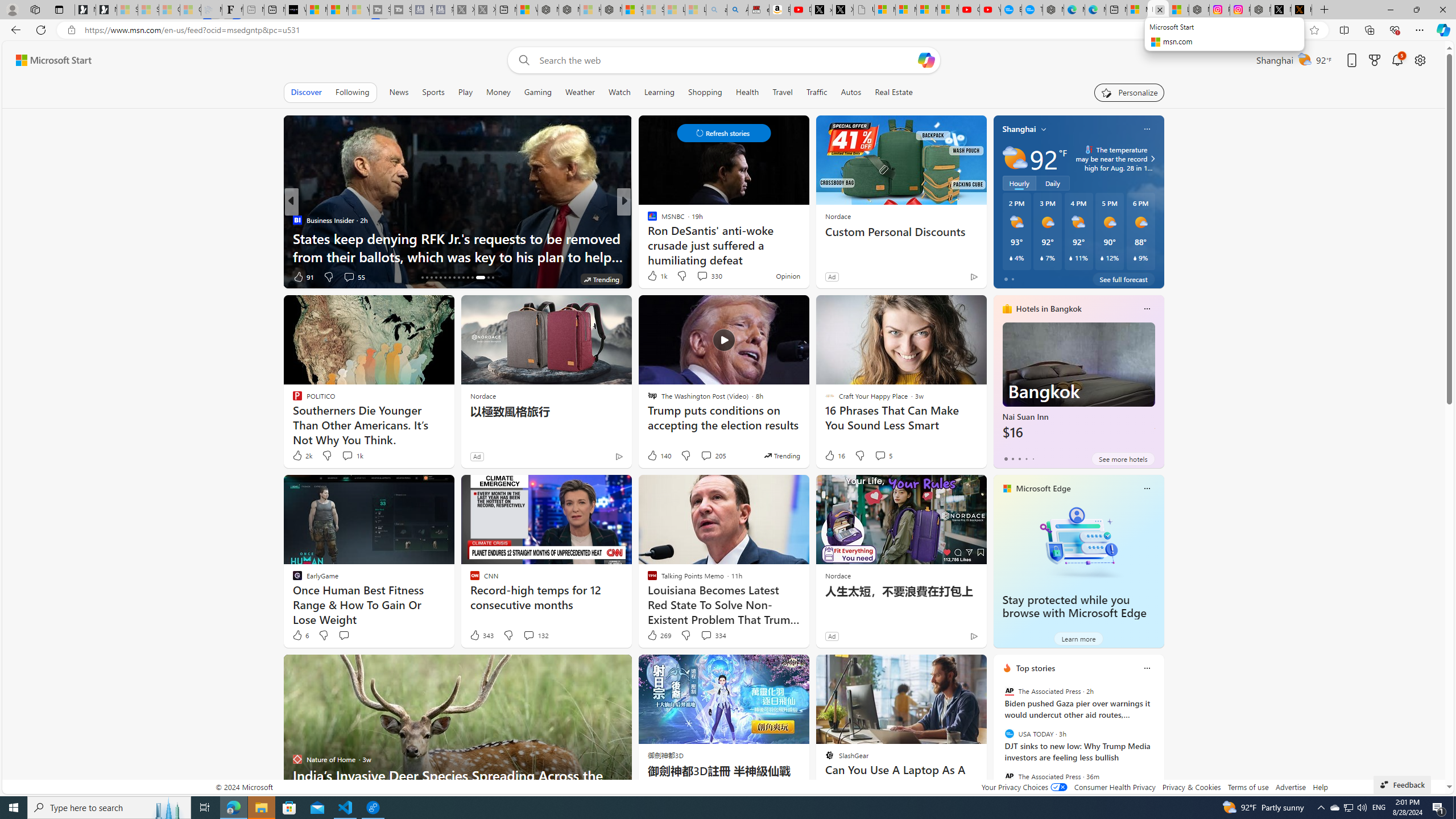 The height and width of the screenshot is (819, 1456). I want to click on 'Custom Personal Discounts', so click(900, 231).